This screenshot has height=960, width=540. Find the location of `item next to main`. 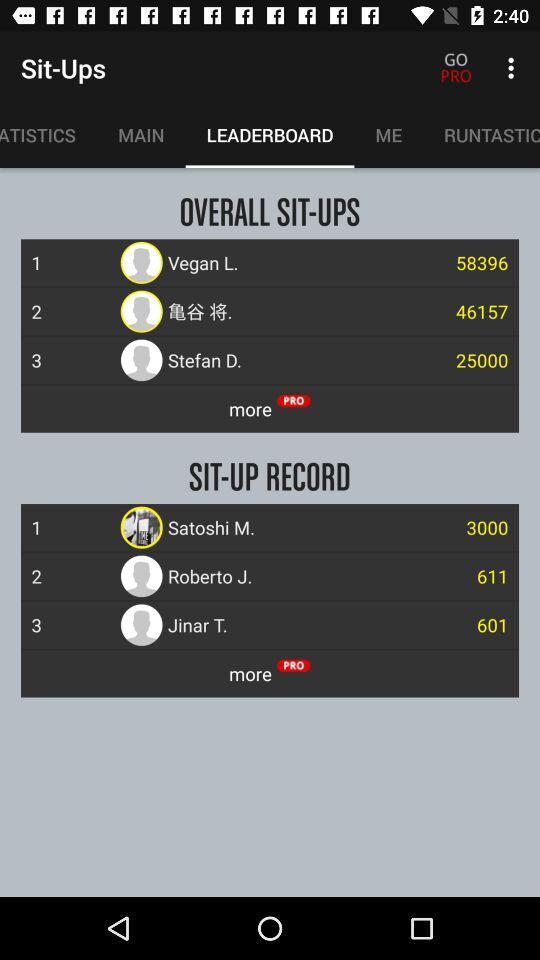

item next to main is located at coordinates (48, 134).